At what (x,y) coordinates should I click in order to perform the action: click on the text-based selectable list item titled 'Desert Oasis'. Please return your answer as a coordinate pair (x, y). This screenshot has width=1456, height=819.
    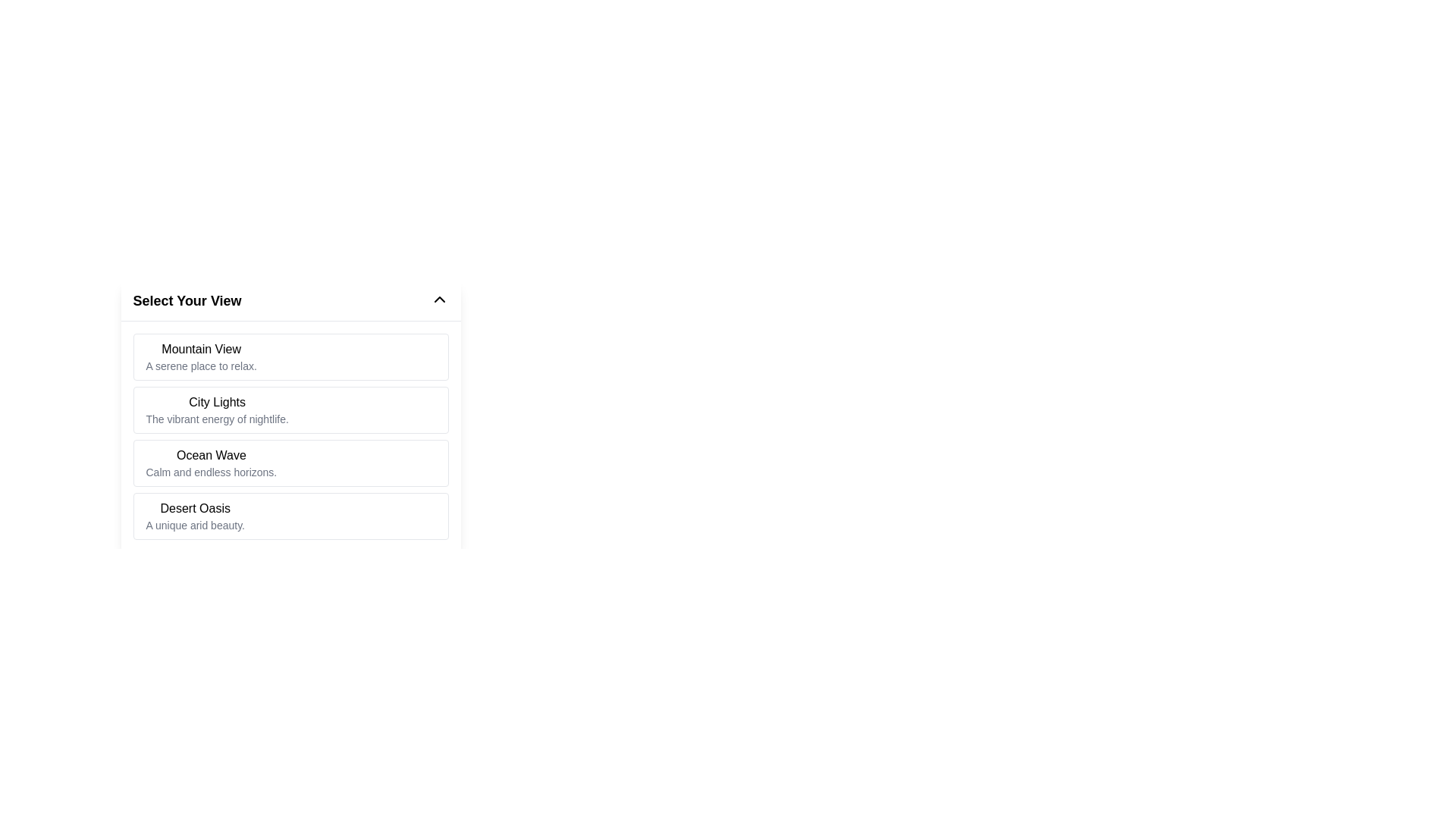
    Looking at the image, I should click on (194, 516).